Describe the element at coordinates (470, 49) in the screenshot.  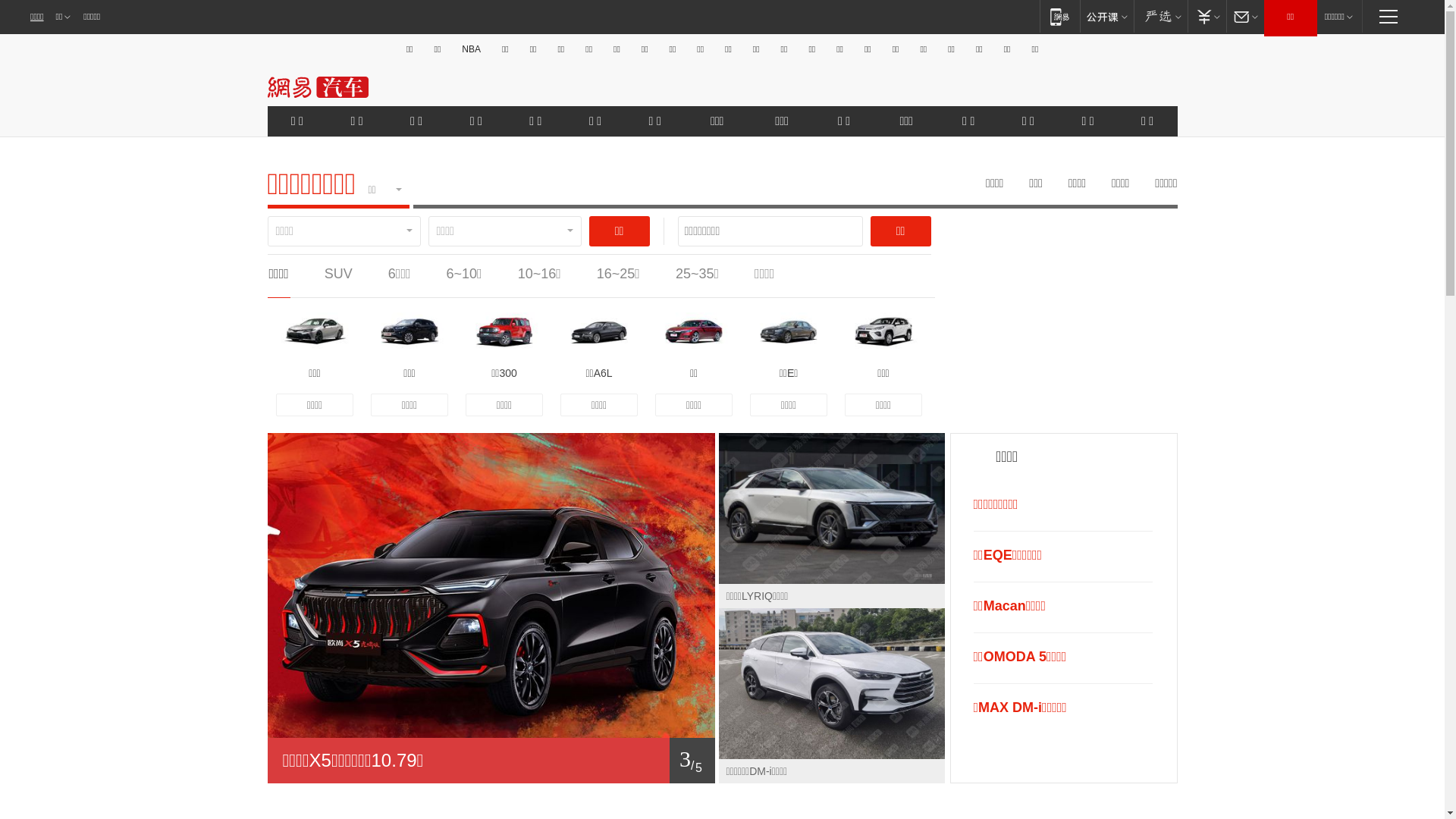
I see `'NBA'` at that location.